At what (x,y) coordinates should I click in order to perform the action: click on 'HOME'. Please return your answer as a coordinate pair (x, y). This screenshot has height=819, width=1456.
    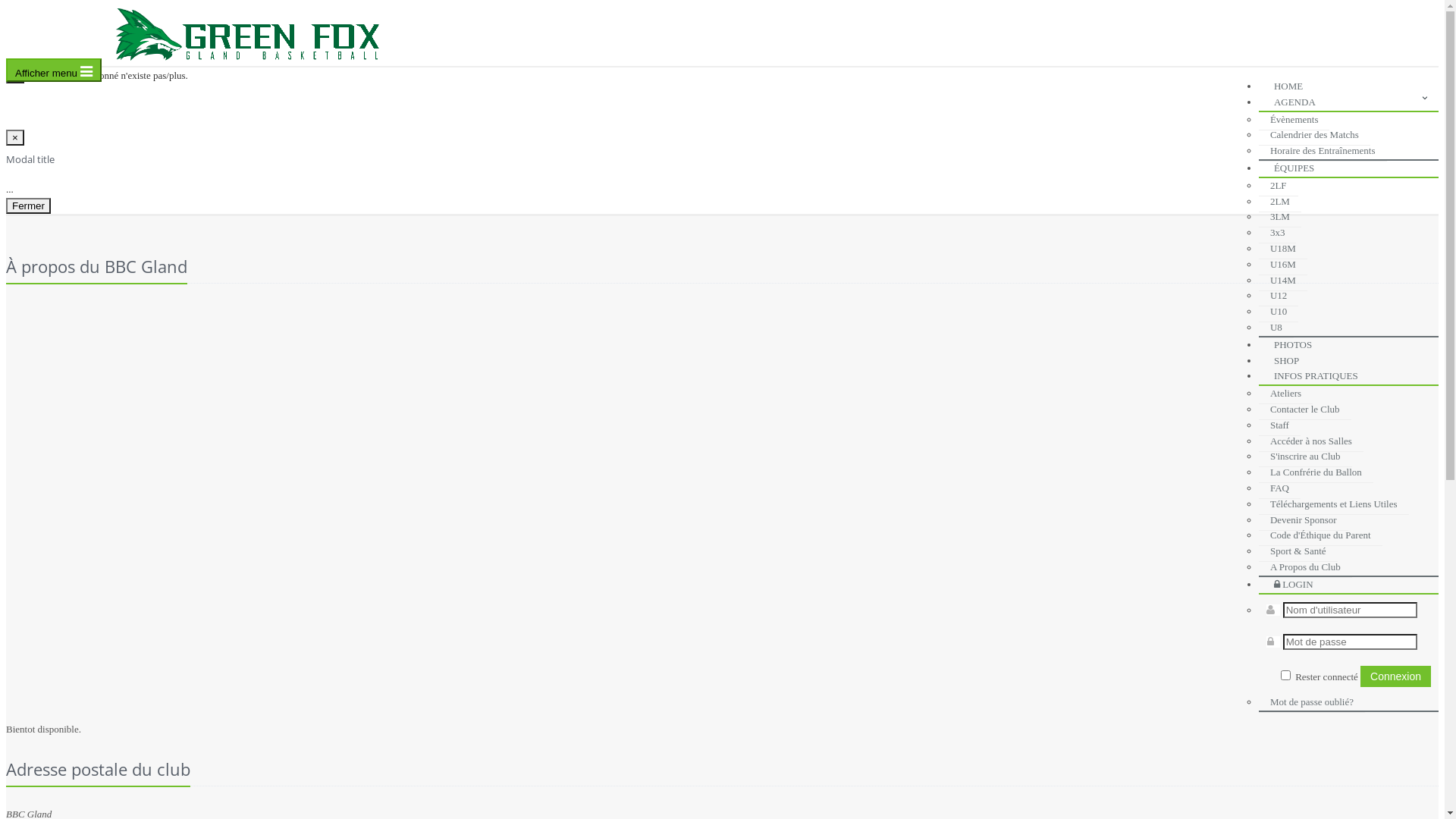
    Looking at the image, I should click on (1291, 84).